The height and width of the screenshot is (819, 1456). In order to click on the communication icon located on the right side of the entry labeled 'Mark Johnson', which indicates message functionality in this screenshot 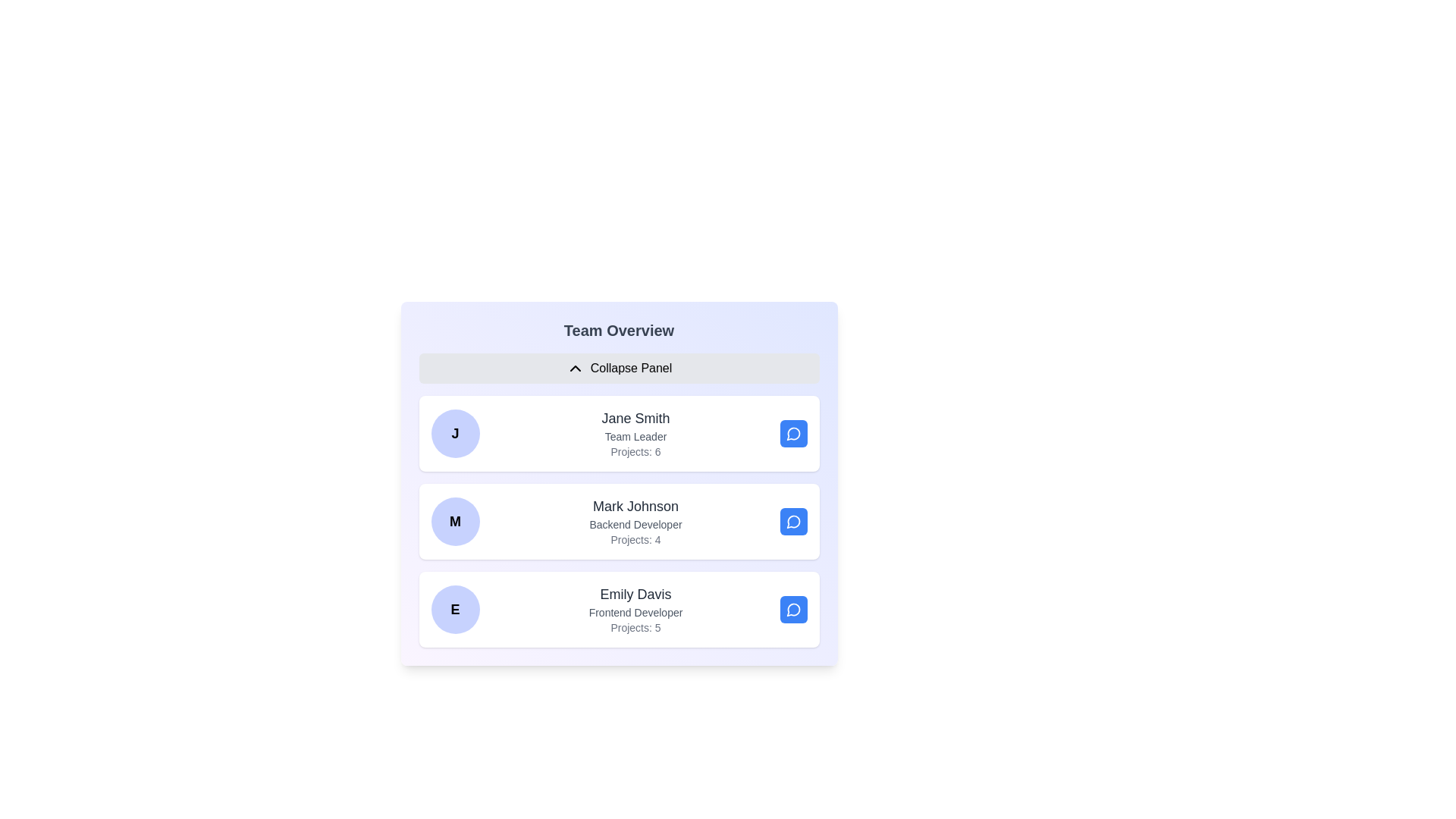, I will do `click(792, 520)`.